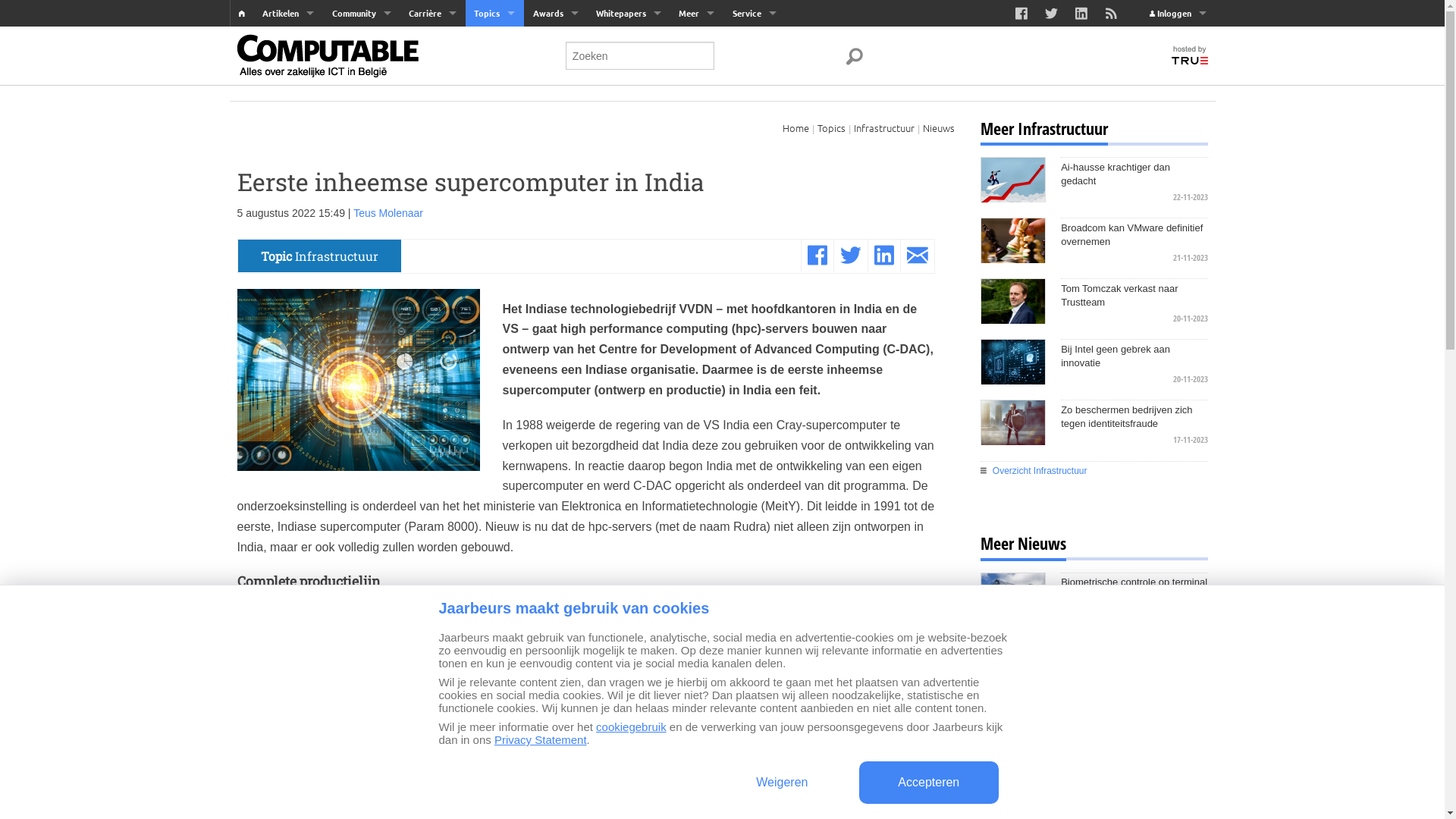  I want to click on 'Service', so click(754, 13).